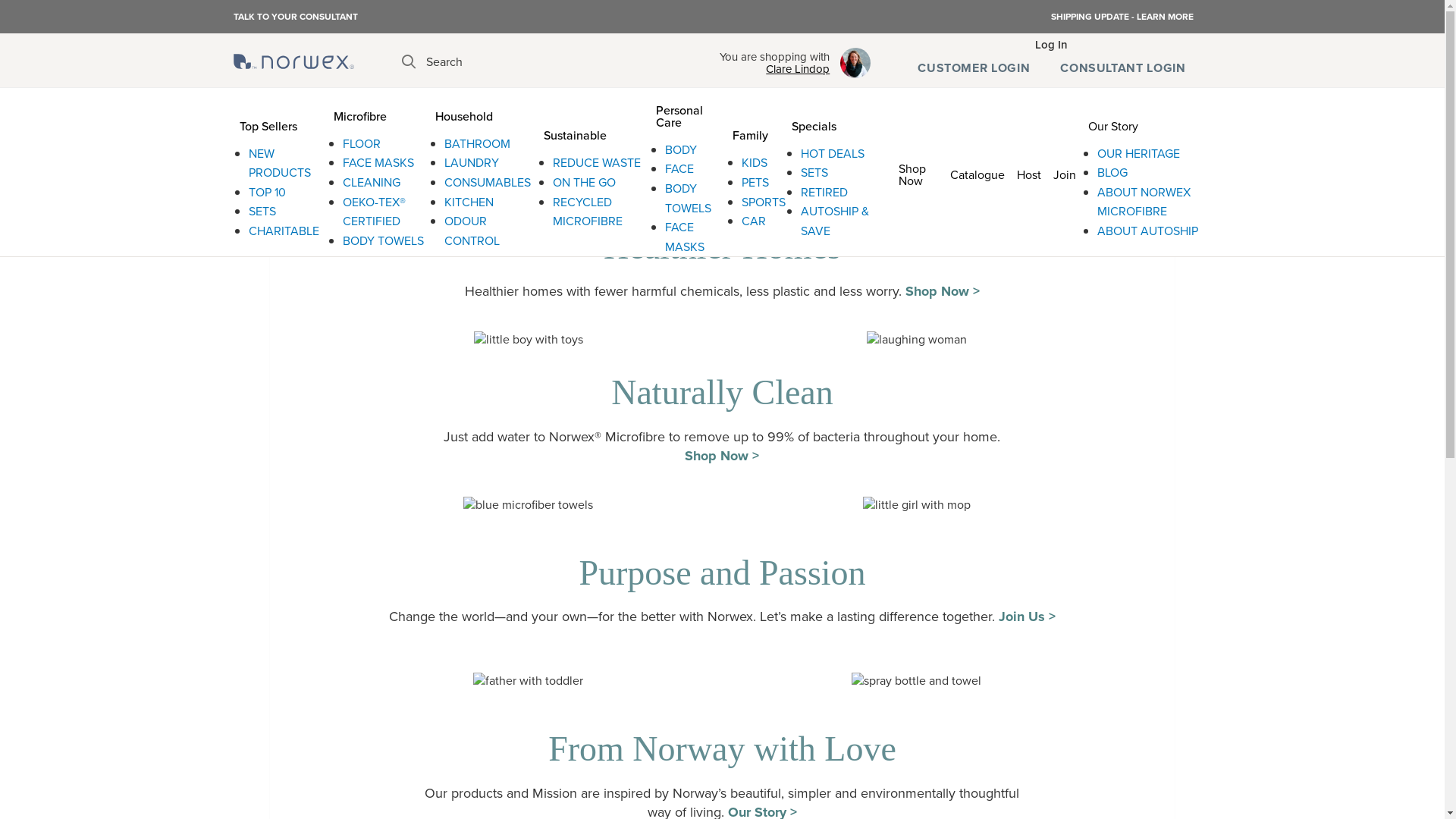 This screenshot has height=819, width=1456. What do you see at coordinates (443, 231) in the screenshot?
I see `'ODOUR CONTROL'` at bounding box center [443, 231].